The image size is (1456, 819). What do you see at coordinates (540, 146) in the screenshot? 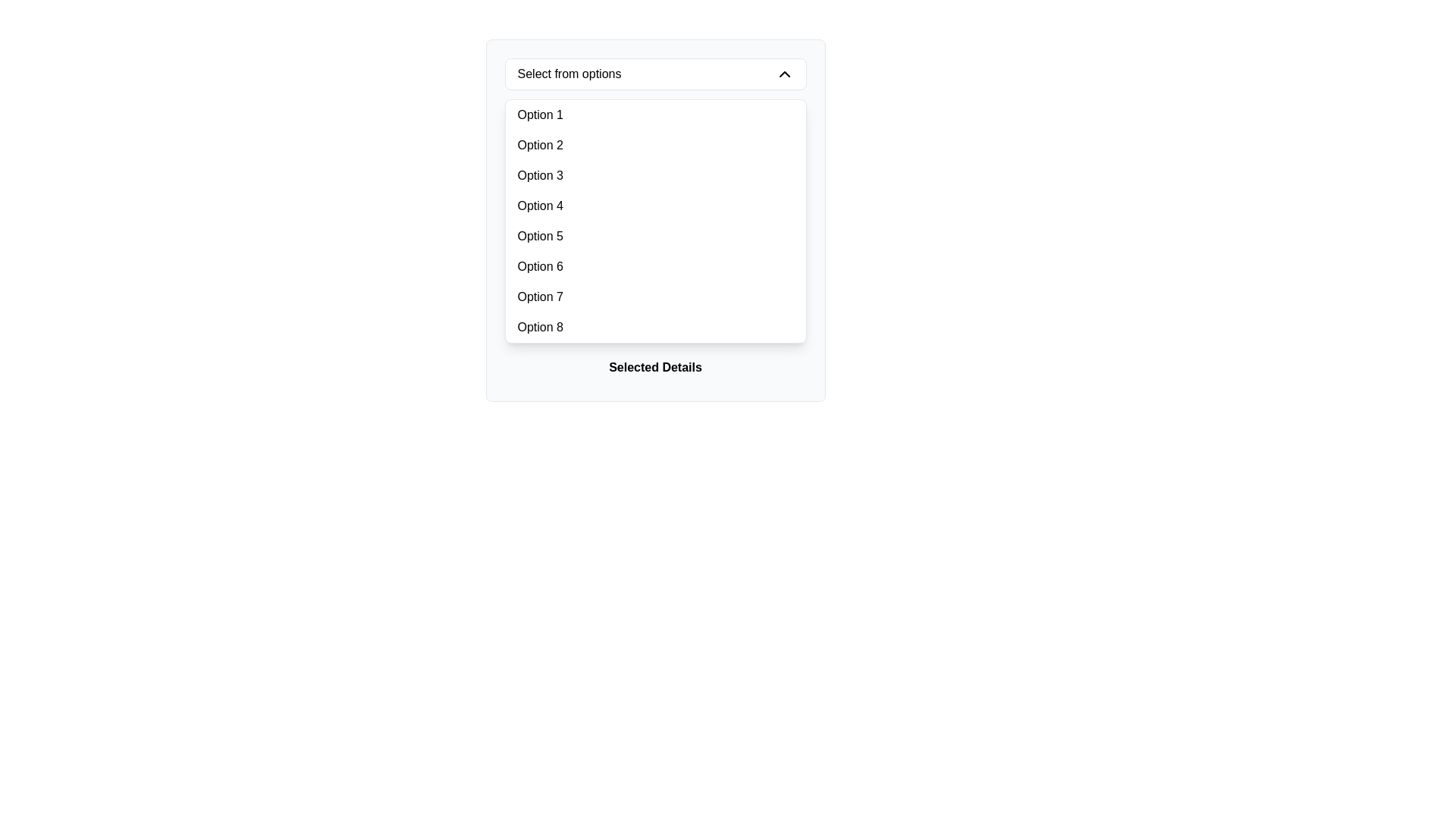
I see `the 'Option 2' text label within the dropdown menu` at bounding box center [540, 146].